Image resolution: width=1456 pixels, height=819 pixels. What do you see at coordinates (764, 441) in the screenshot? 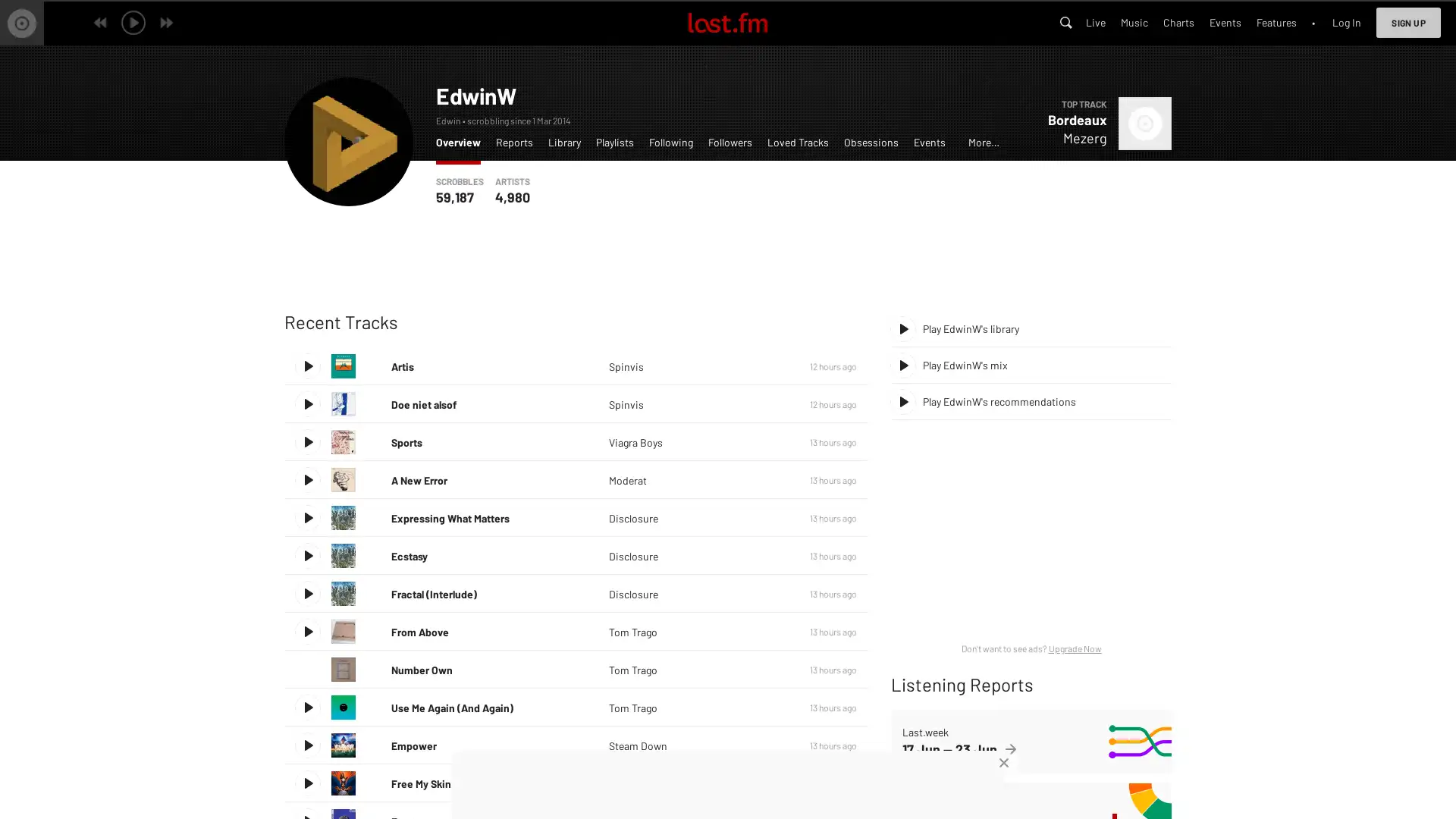
I see `Buy` at bounding box center [764, 441].